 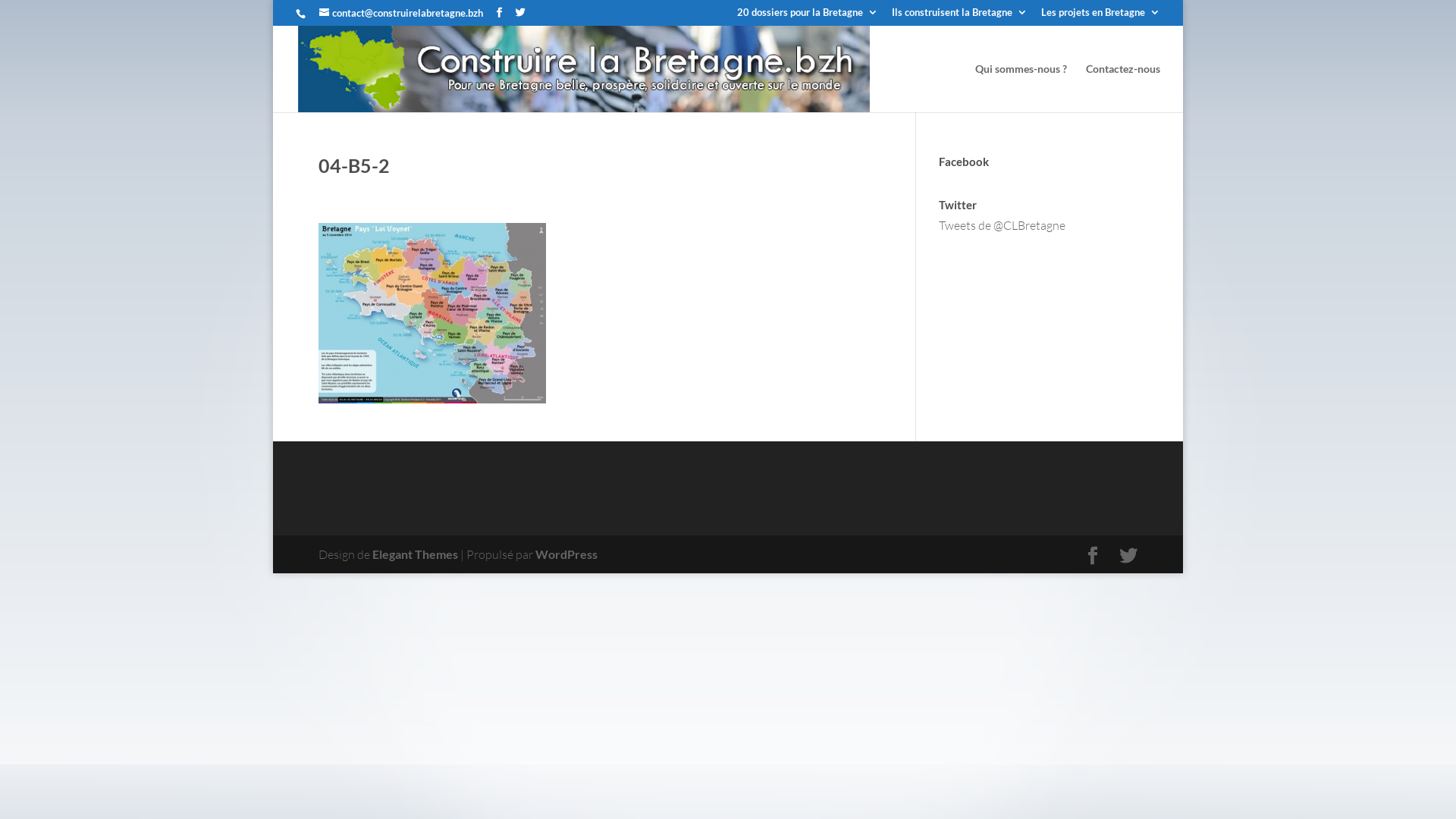 I want to click on 'Elegant Themes', so click(x=415, y=554).